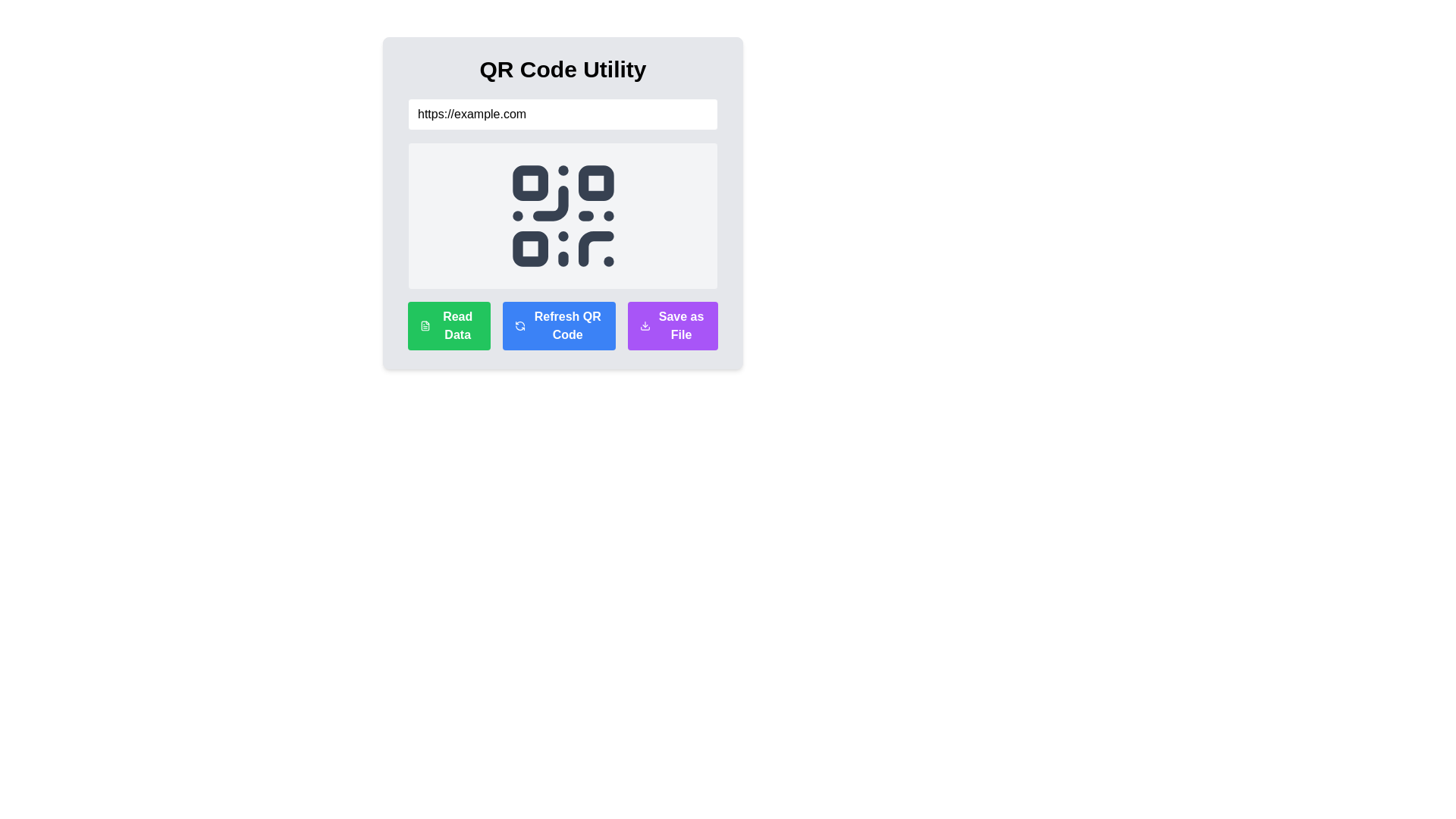 Image resolution: width=1456 pixels, height=819 pixels. Describe the element at coordinates (558, 325) in the screenshot. I see `the refresh button located between the 'Read Data' and 'Save as File' buttons to refresh the displayed QR code` at that location.